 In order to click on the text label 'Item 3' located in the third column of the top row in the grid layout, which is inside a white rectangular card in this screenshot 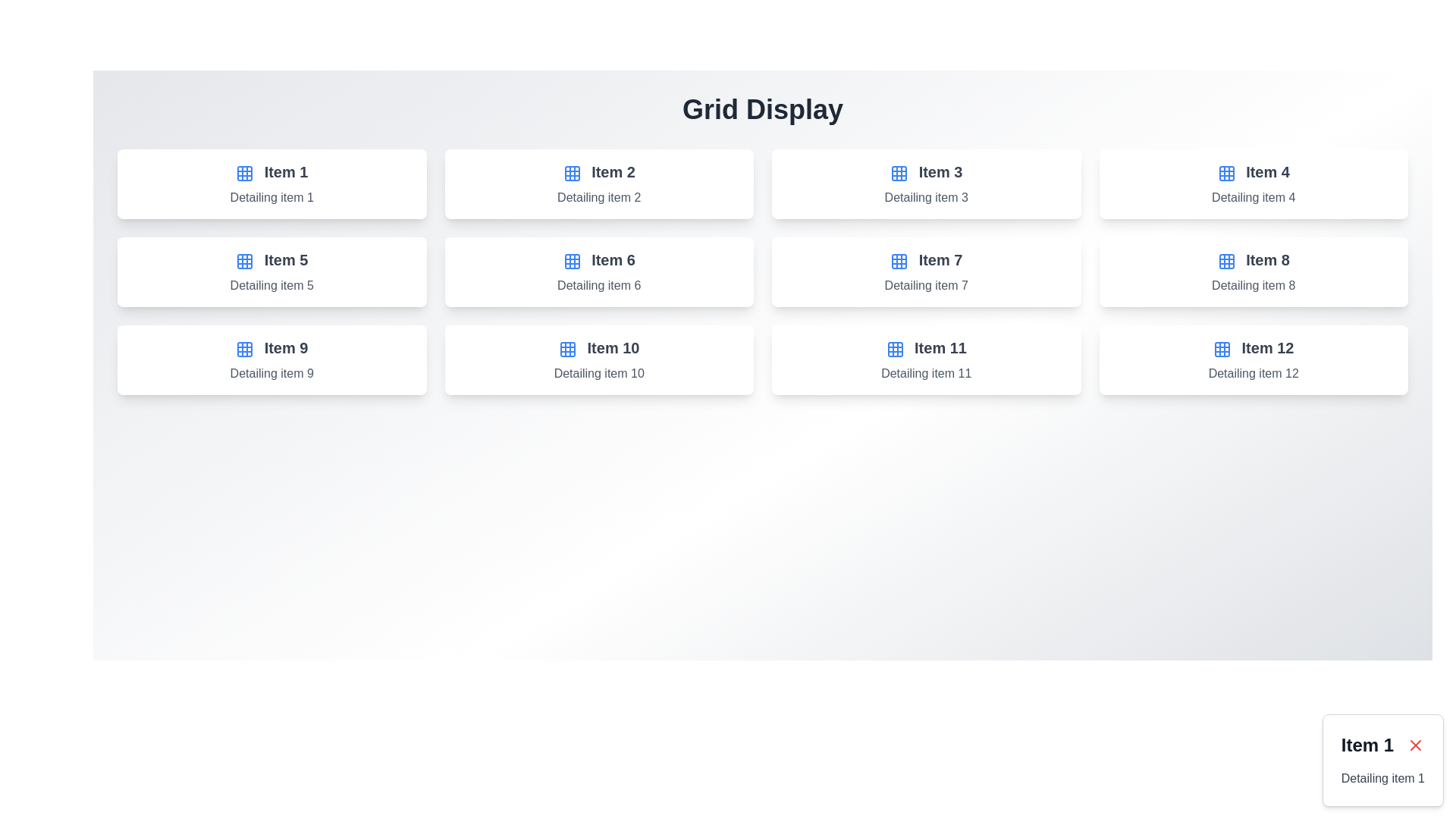, I will do `click(925, 171)`.